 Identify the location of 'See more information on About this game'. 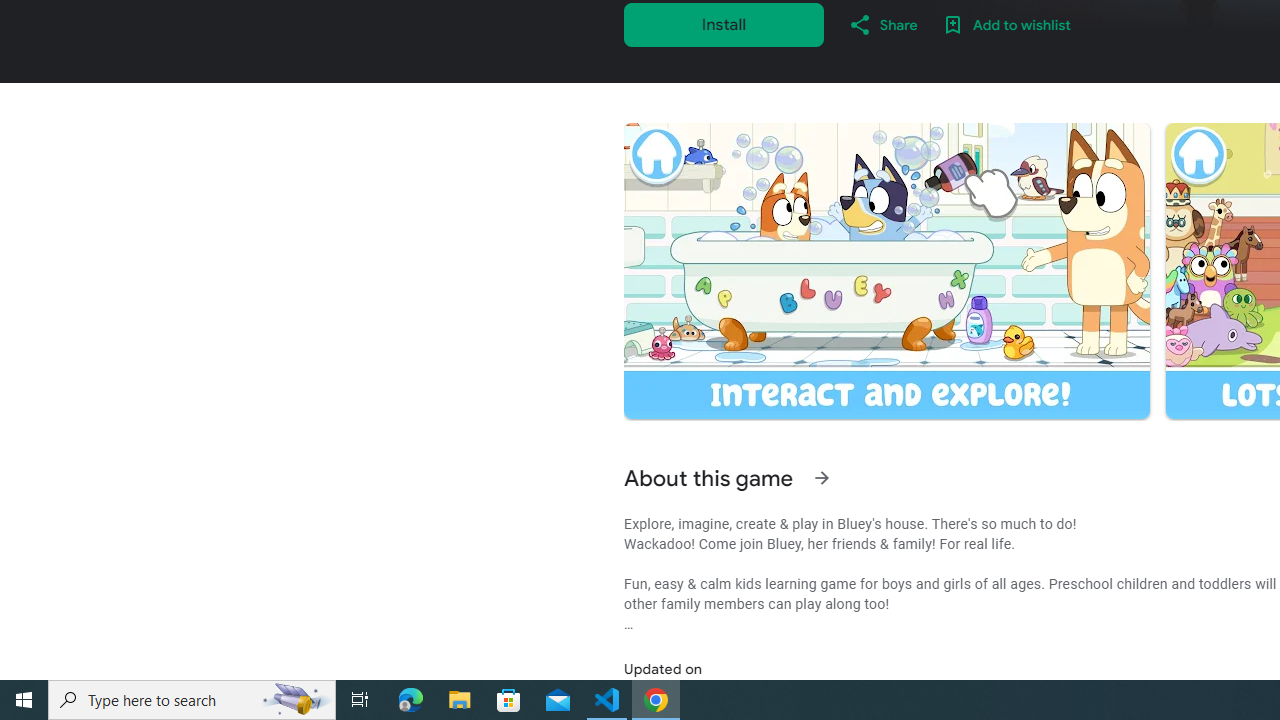
(821, 478).